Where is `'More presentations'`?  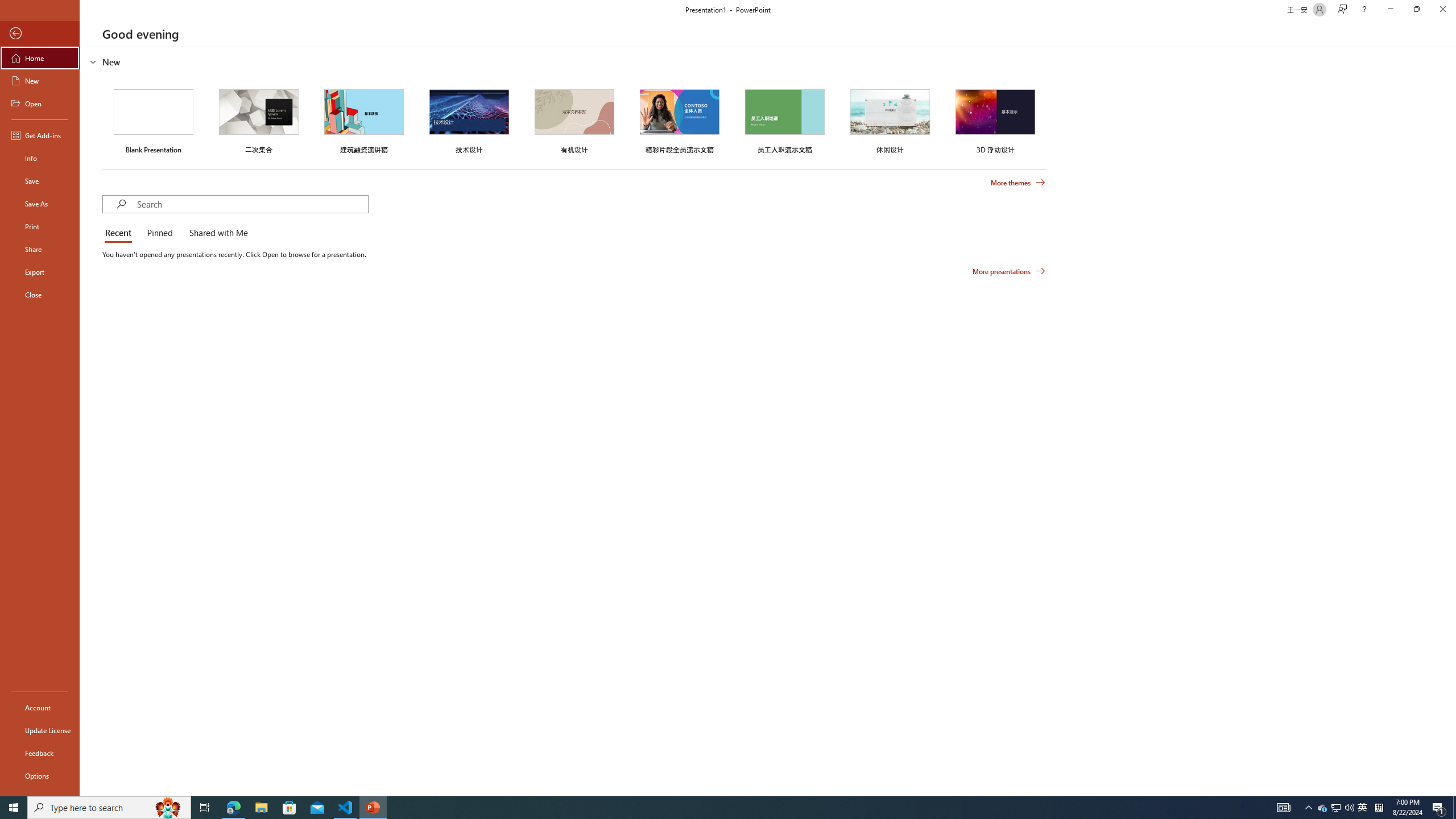
'More presentations' is located at coordinates (1008, 270).